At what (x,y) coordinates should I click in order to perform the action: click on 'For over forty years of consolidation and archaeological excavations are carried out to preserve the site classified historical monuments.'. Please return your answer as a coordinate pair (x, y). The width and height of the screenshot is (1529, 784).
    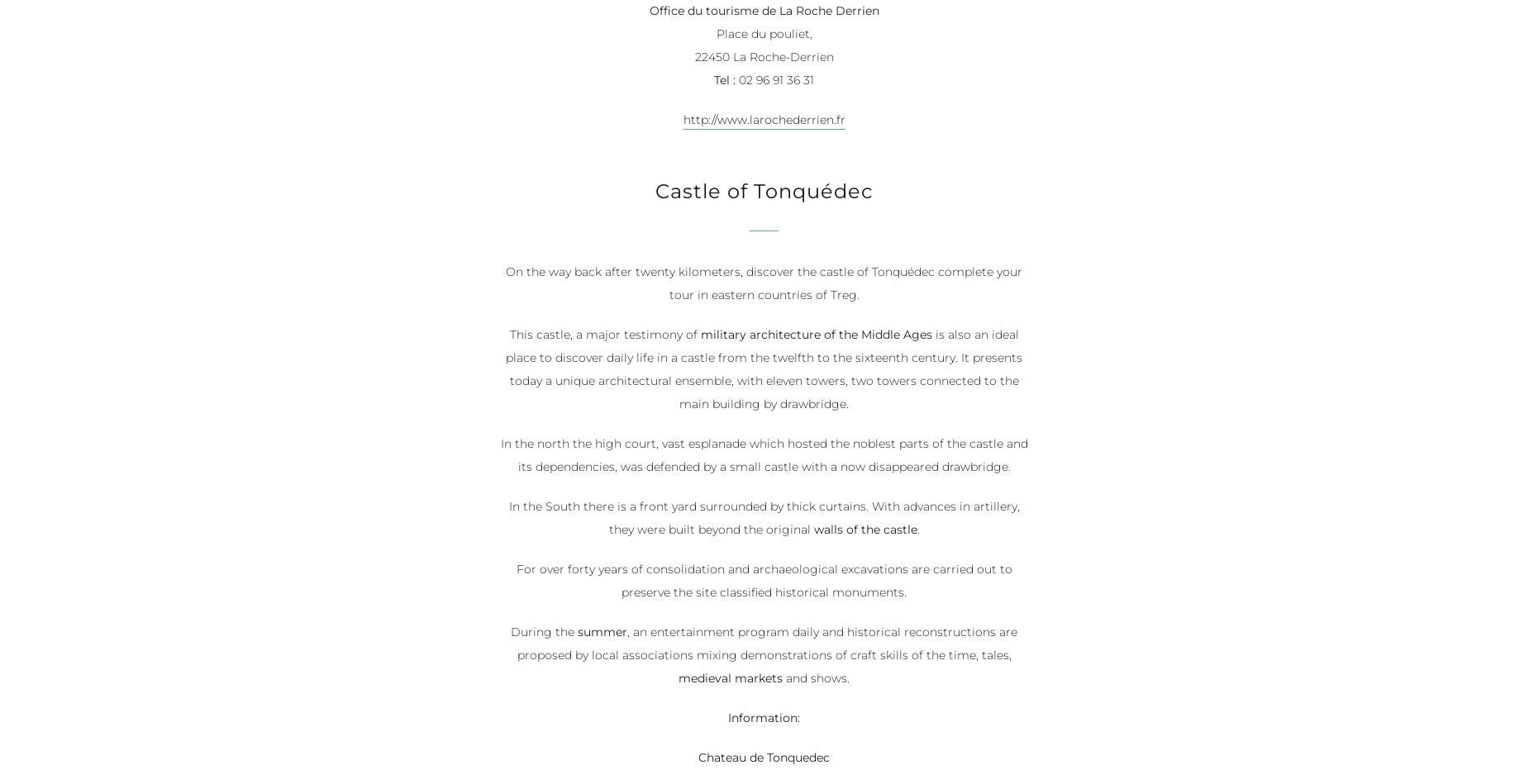
    Looking at the image, I should click on (764, 581).